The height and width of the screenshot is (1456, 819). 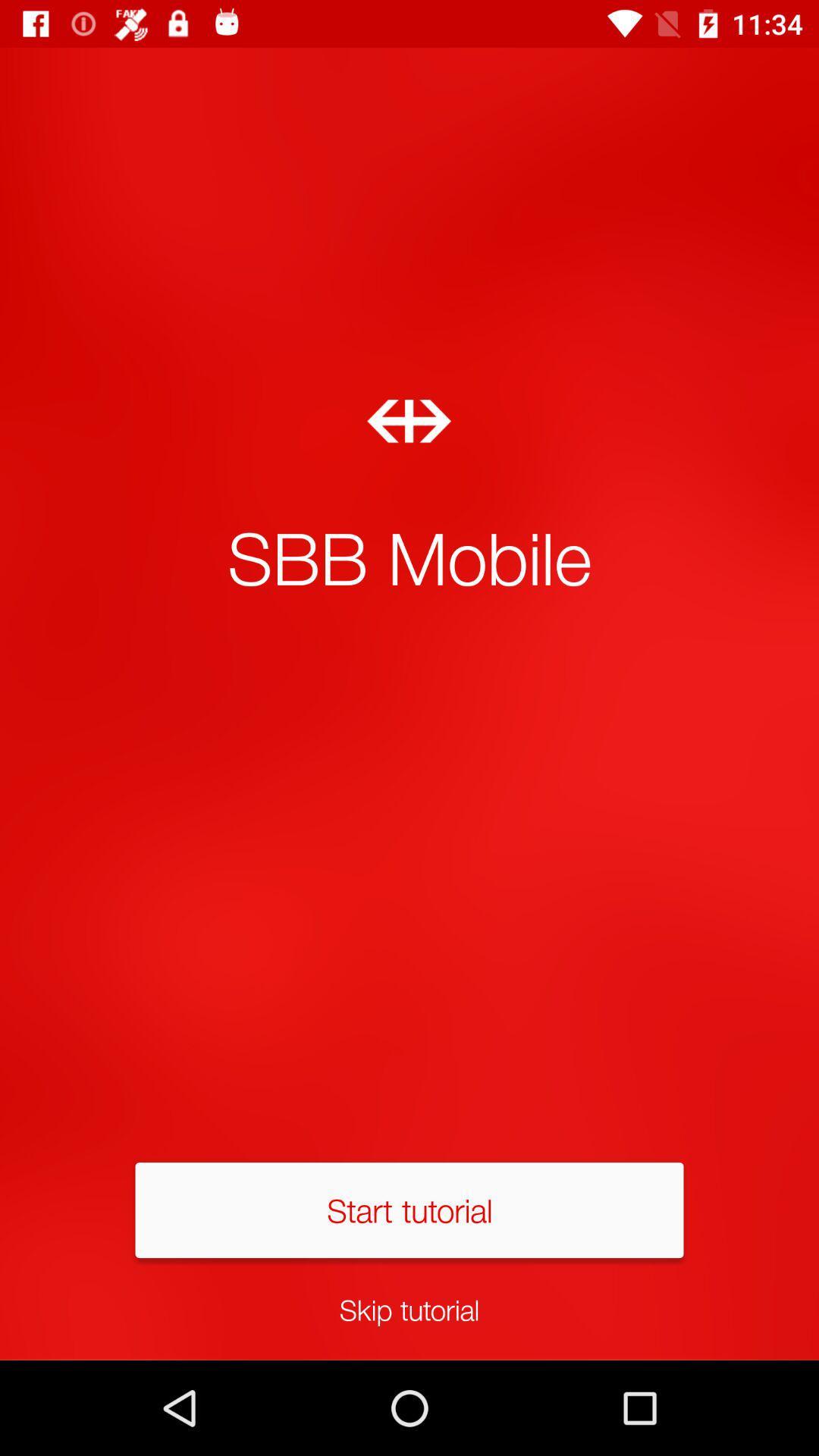 What do you see at coordinates (409, 1308) in the screenshot?
I see `skip tutorial icon` at bounding box center [409, 1308].